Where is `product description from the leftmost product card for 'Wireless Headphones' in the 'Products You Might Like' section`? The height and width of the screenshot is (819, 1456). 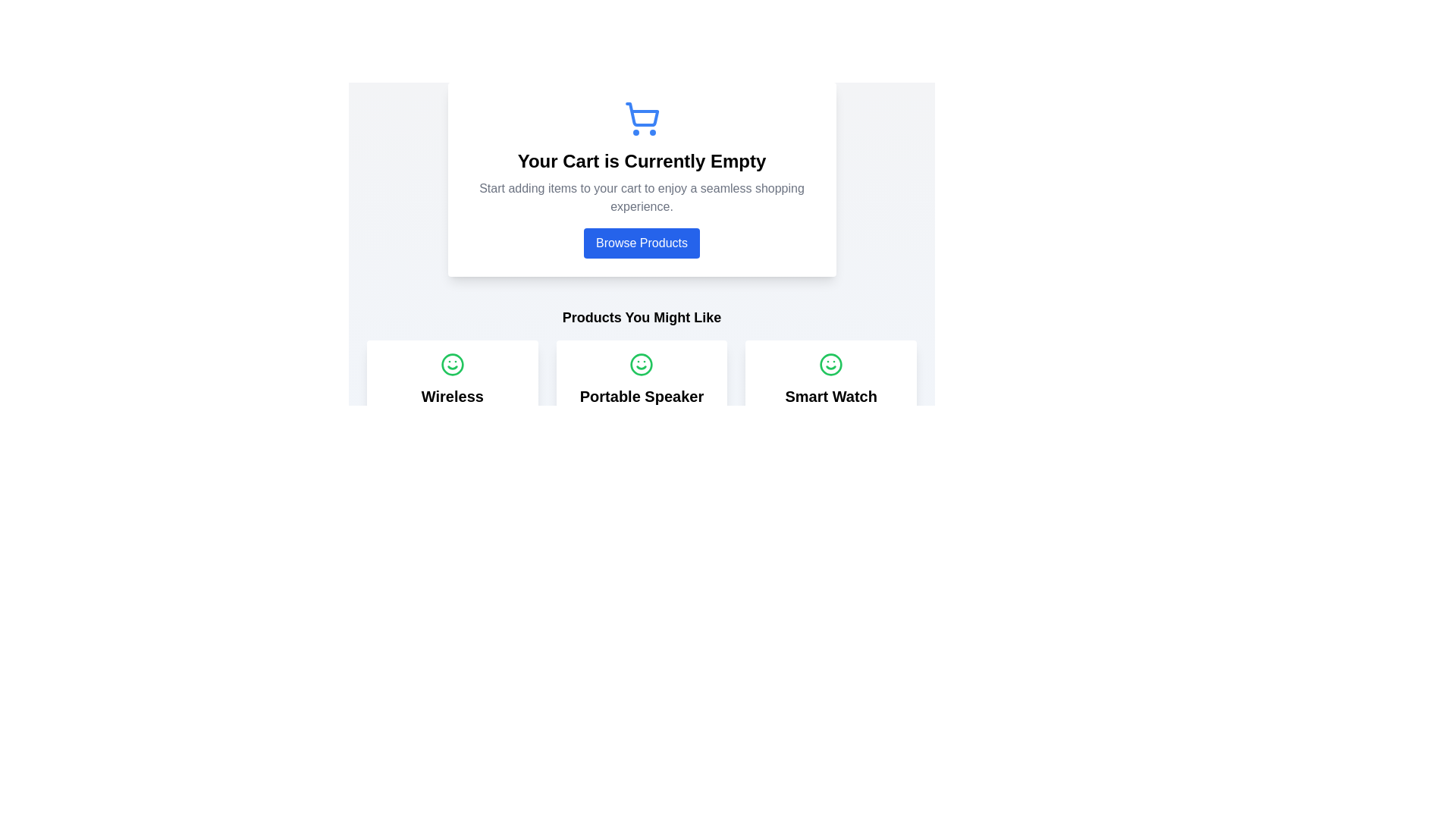 product description from the leftmost product card for 'Wireless Headphones' in the 'Products You Might Like' section is located at coordinates (451, 416).